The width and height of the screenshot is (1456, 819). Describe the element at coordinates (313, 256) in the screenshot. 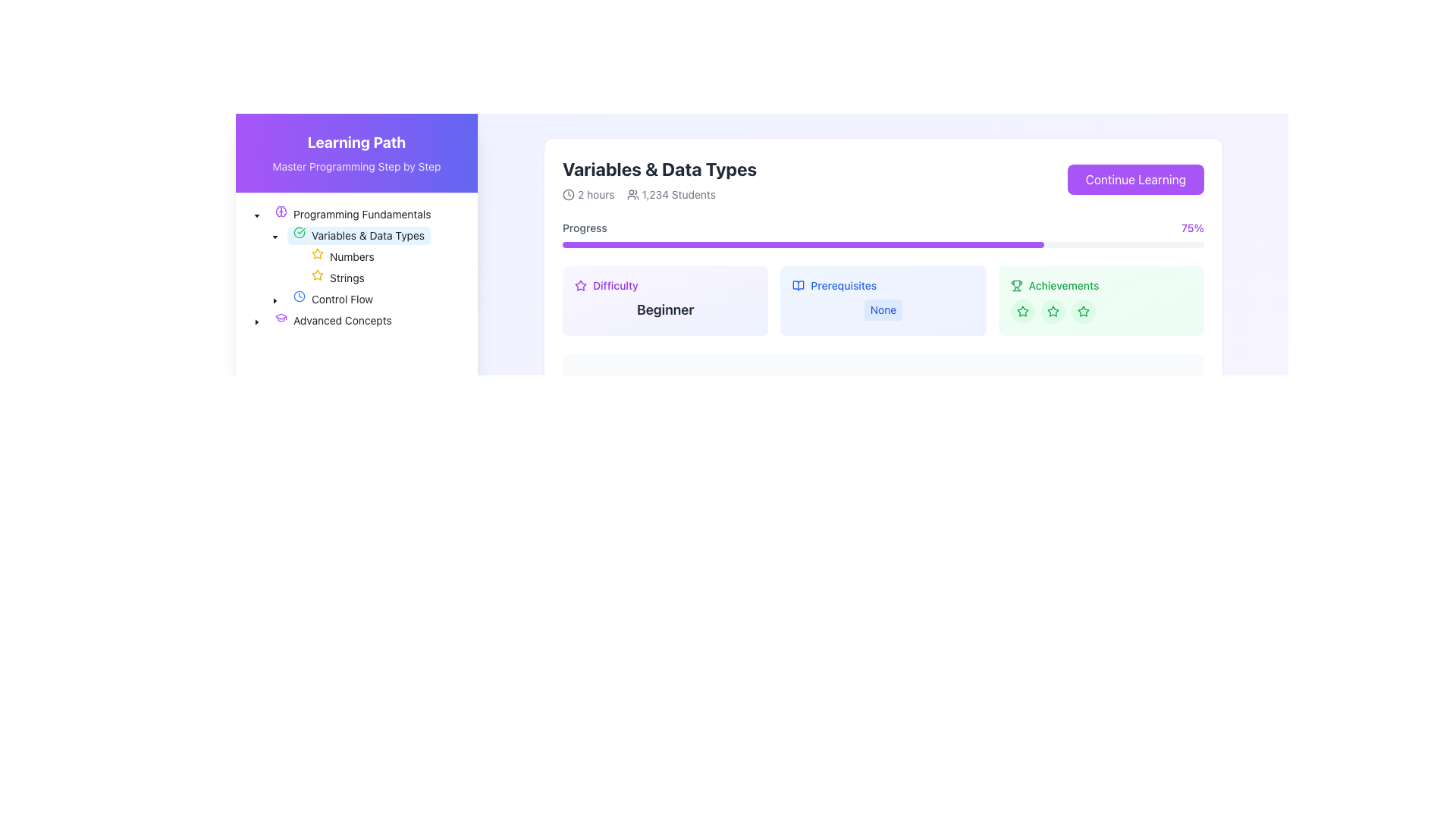

I see `the third item node in the tree structure under 'Variables & Data Types'` at that location.